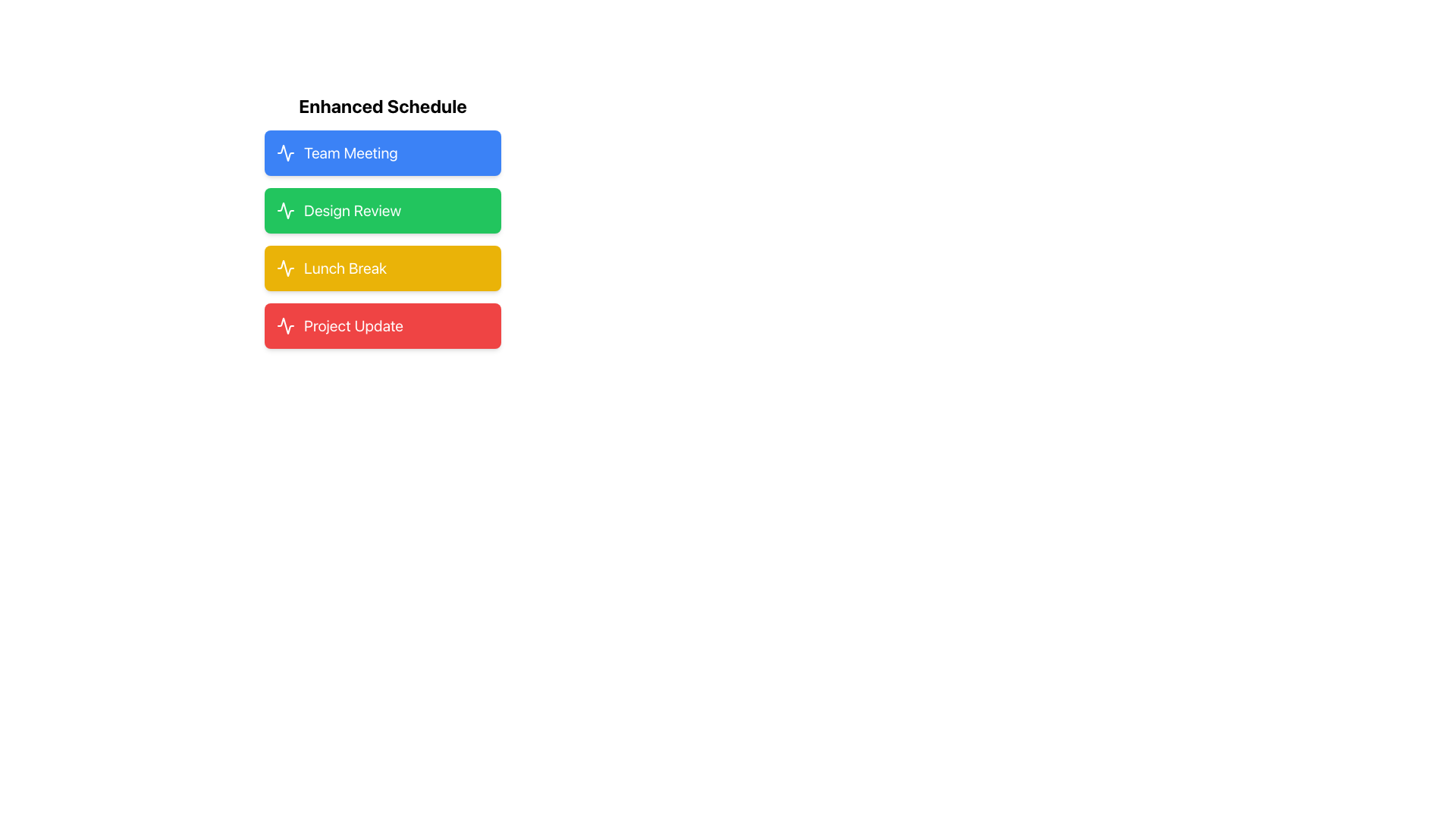  What do you see at coordinates (353, 325) in the screenshot?
I see `the 'Project Update' text label which is displayed in bold white font on a red rectangular background, located in the fourth row of a vertically stacked list of elements` at bounding box center [353, 325].